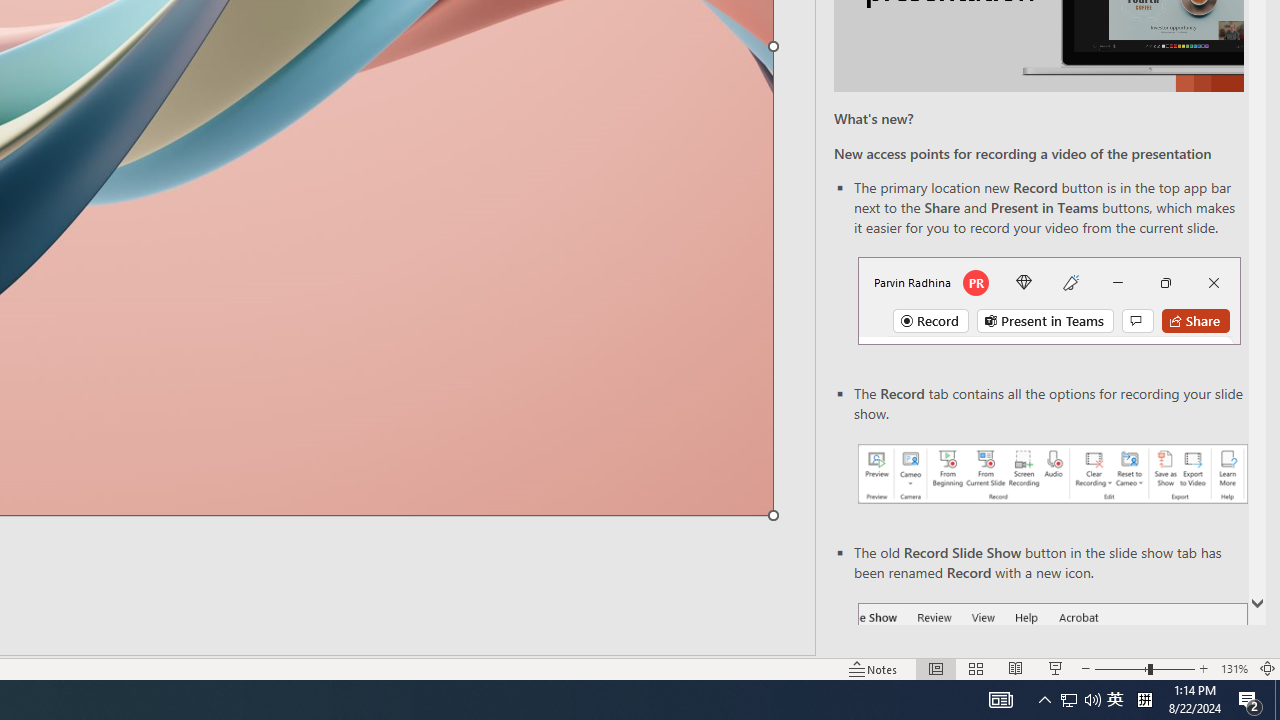 The image size is (1280, 720). I want to click on 'Normal', so click(935, 669).